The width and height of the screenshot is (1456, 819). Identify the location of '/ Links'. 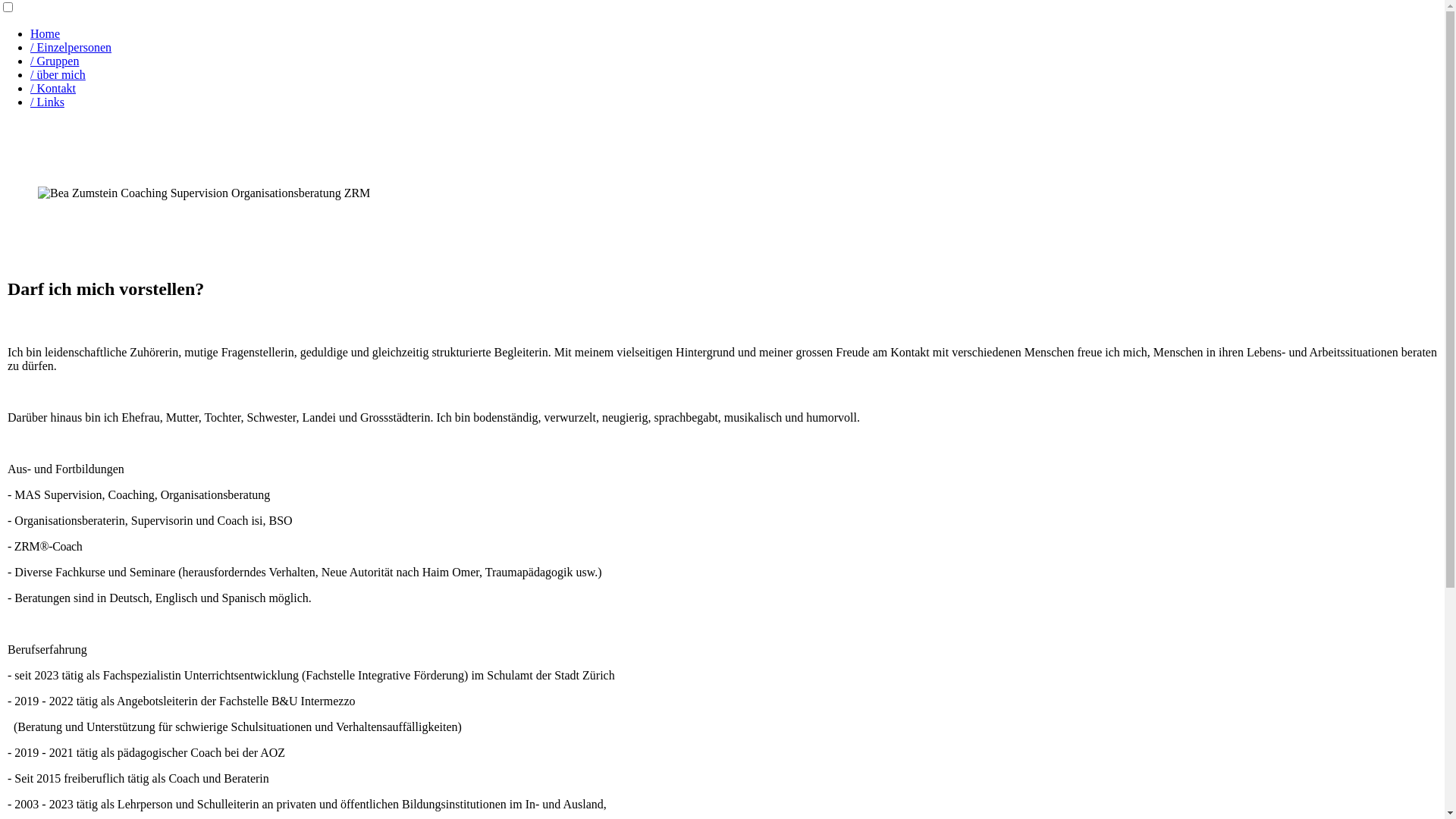
(47, 102).